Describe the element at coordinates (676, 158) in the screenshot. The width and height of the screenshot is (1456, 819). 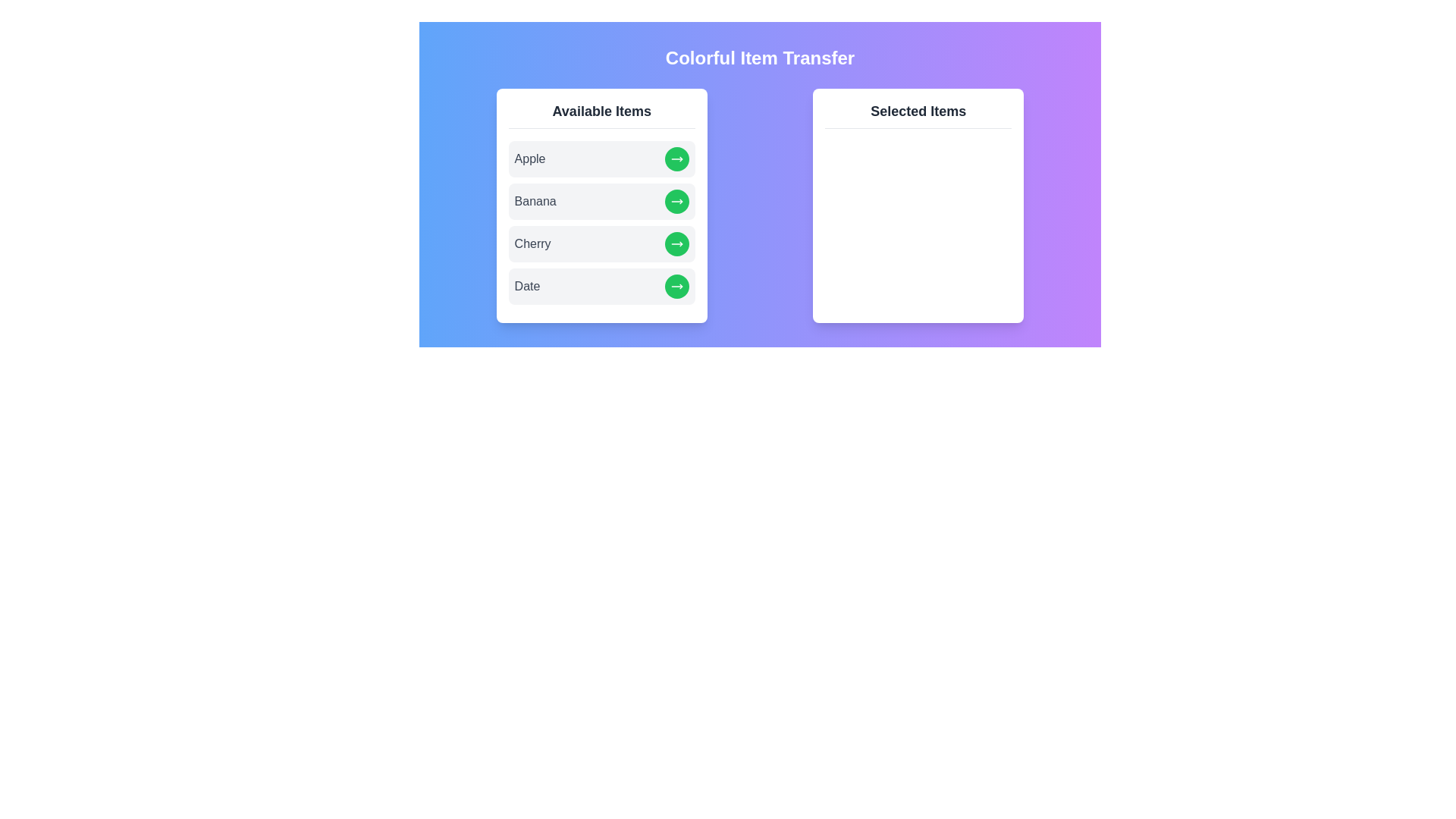
I see `right arrow button next to the item Apple in the 'Available Items' list to transfer it to the 'Selected Items' list` at that location.